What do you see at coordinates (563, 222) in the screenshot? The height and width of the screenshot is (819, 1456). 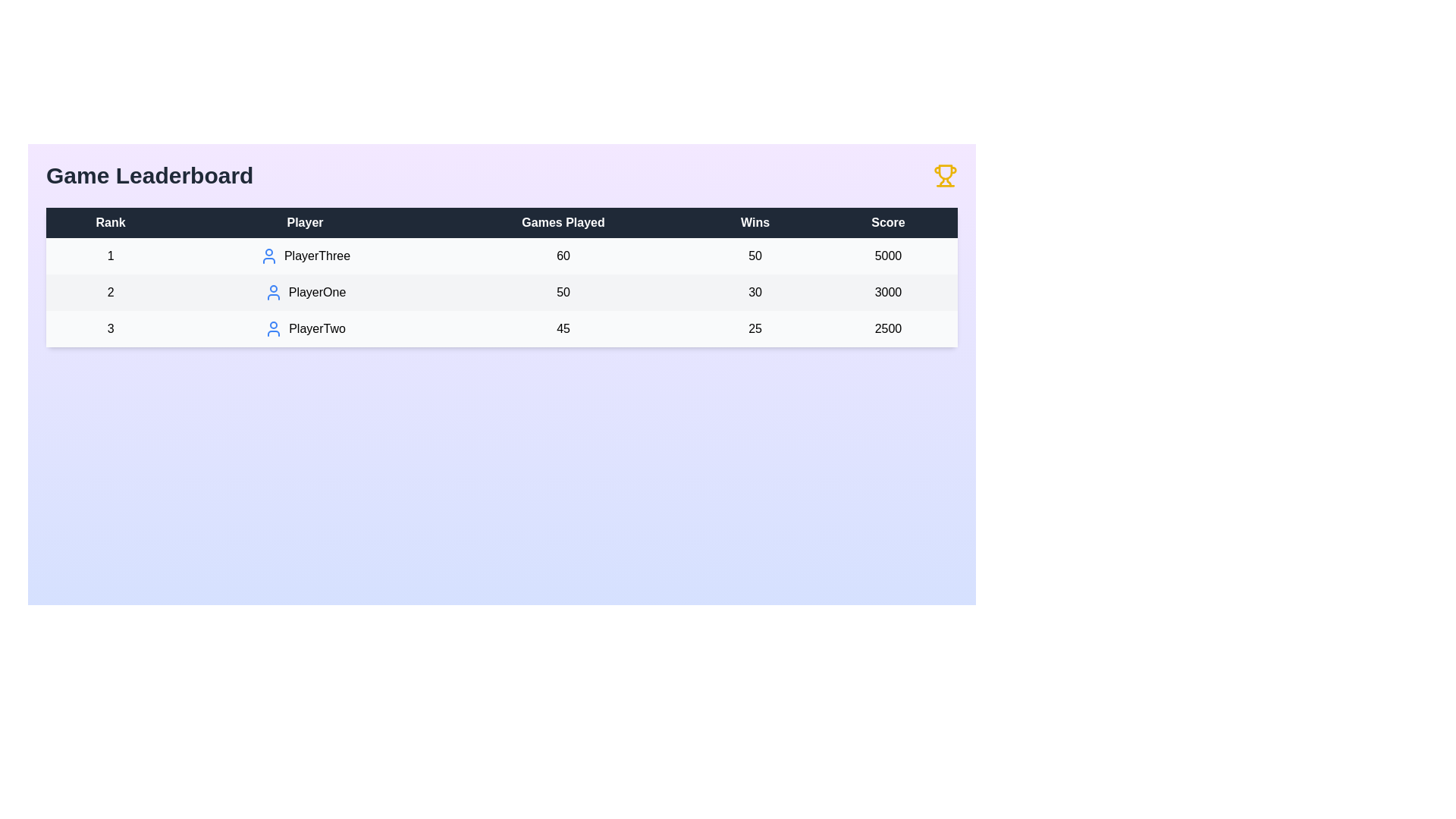 I see `the third column header of the table, which labels the number of games played, positioned between 'Player' and 'Wins'` at bounding box center [563, 222].